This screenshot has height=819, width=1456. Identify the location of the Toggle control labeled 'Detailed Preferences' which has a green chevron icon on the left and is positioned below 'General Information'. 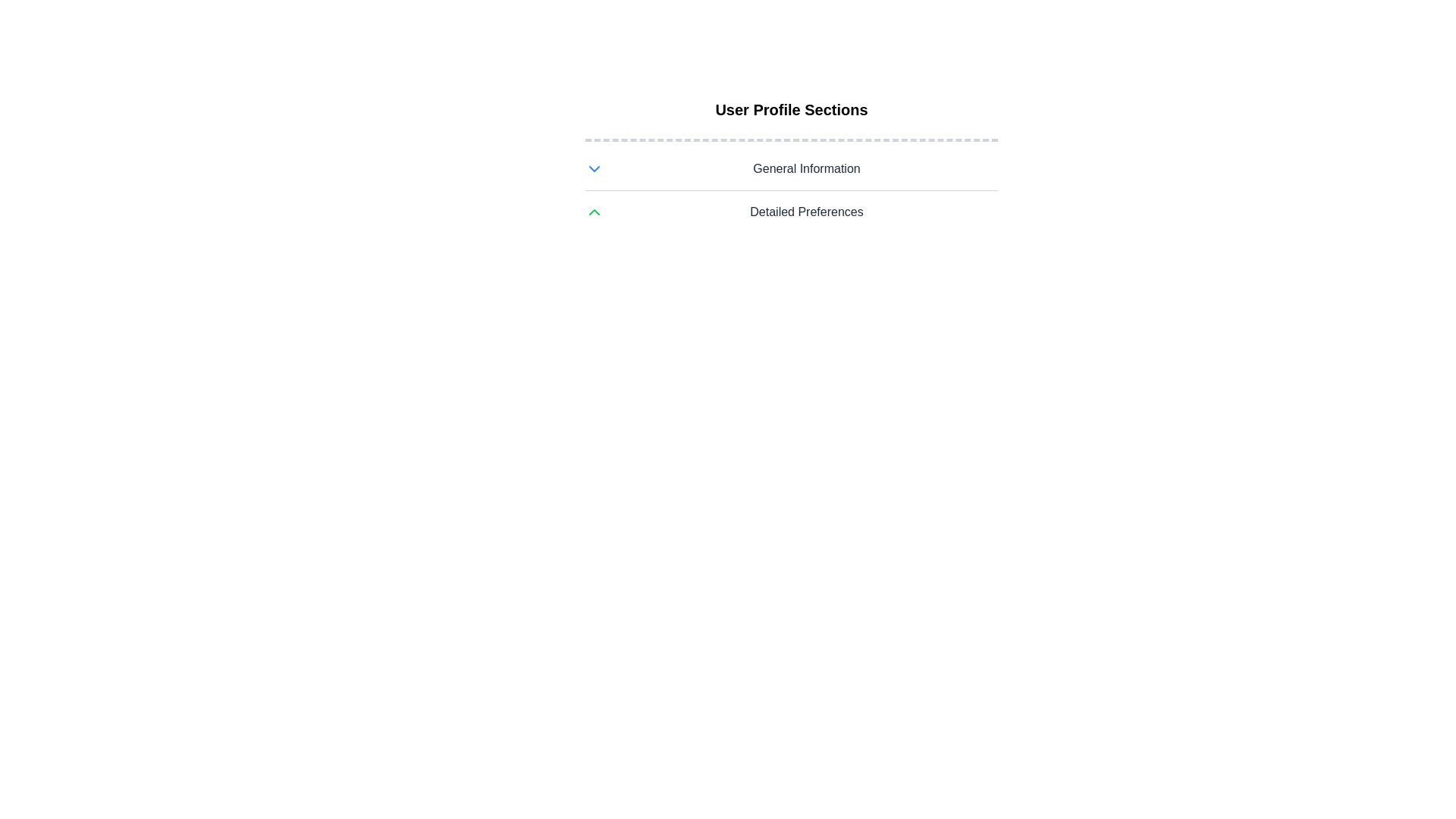
(790, 212).